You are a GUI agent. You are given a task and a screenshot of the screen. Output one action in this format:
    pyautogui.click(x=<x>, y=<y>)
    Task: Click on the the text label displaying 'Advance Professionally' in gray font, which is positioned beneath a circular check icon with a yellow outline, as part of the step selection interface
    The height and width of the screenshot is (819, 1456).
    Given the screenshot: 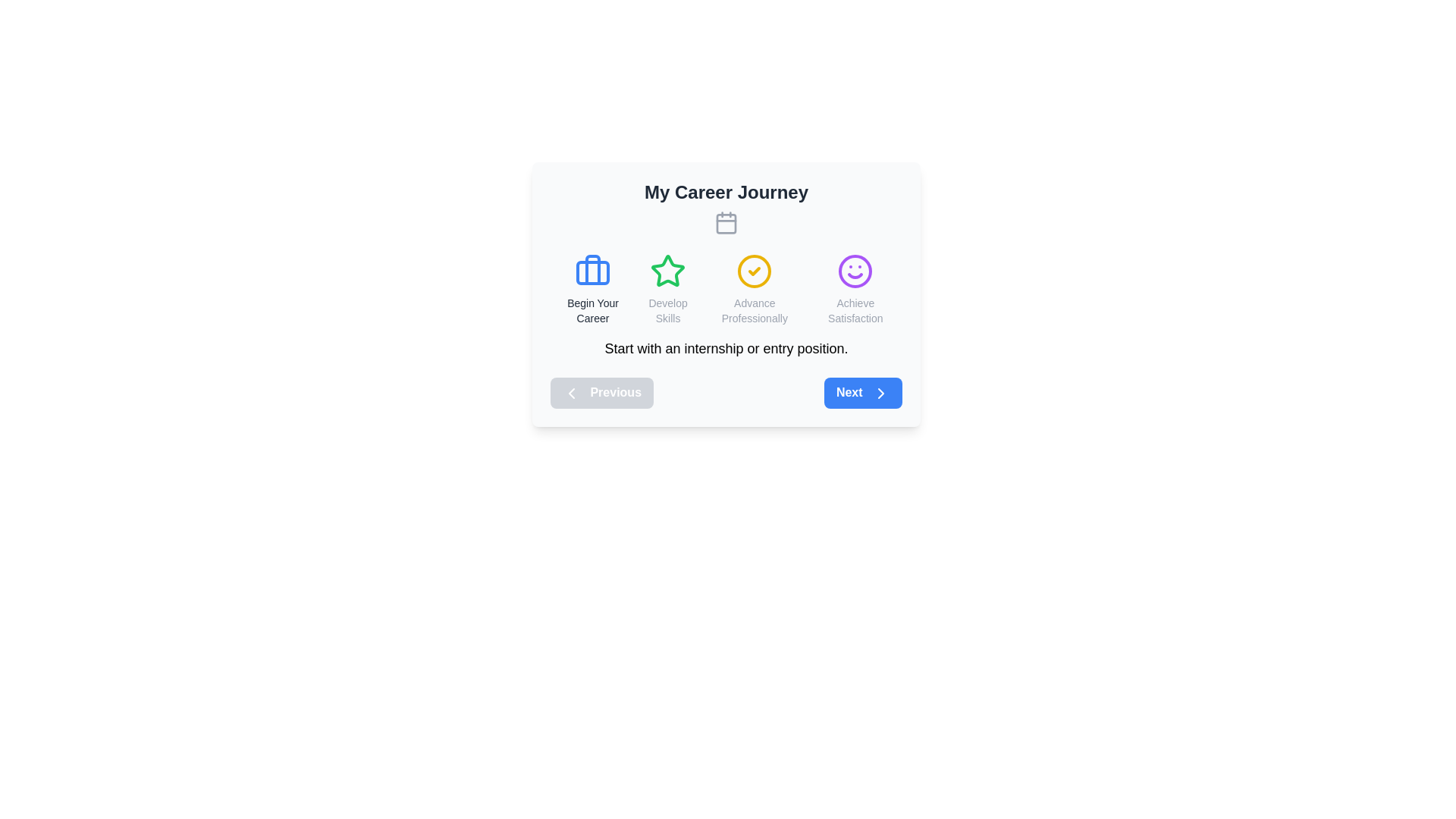 What is the action you would take?
    pyautogui.click(x=755, y=309)
    